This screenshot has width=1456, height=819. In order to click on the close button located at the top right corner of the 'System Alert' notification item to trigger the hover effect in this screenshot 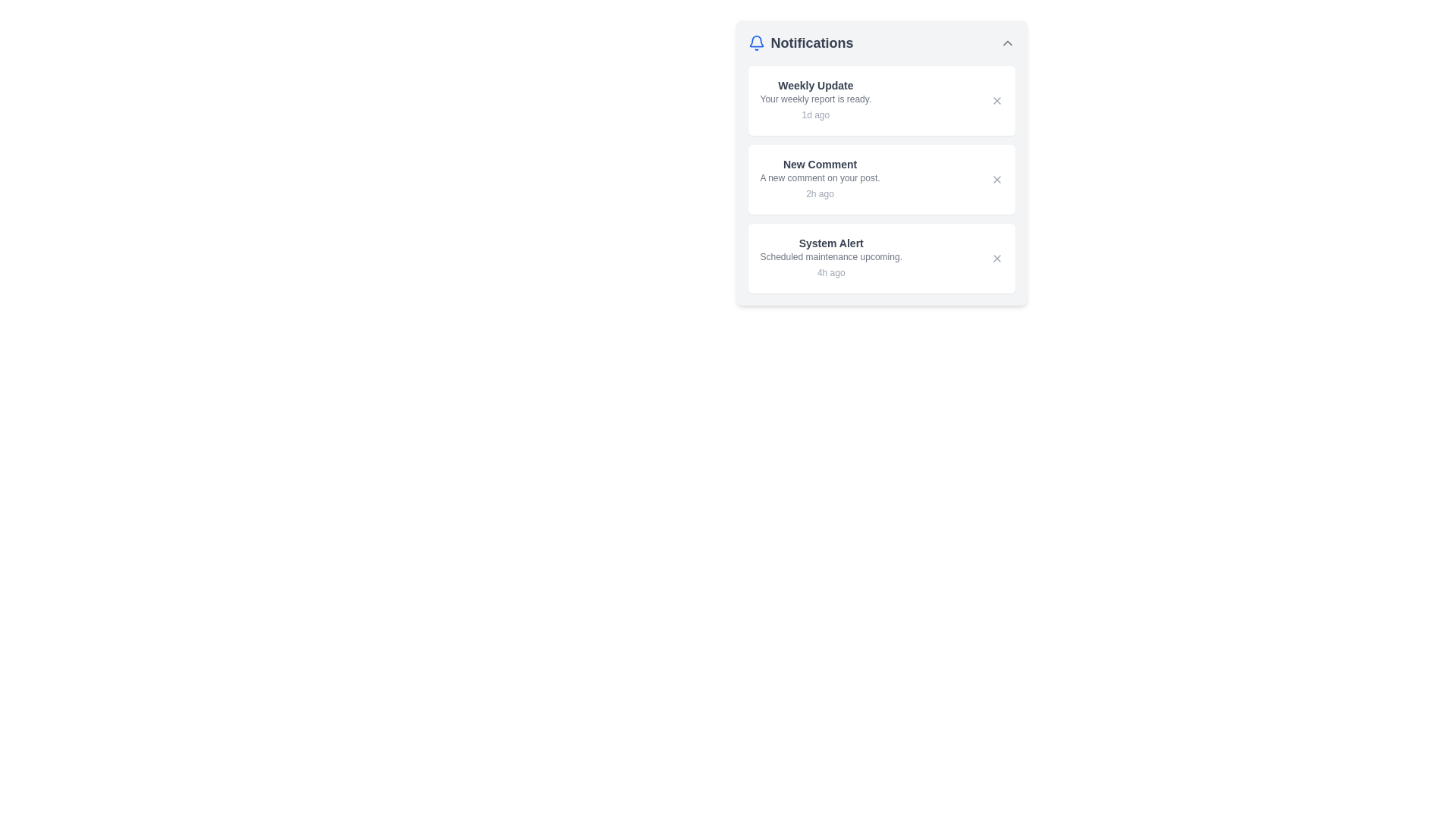, I will do `click(996, 257)`.